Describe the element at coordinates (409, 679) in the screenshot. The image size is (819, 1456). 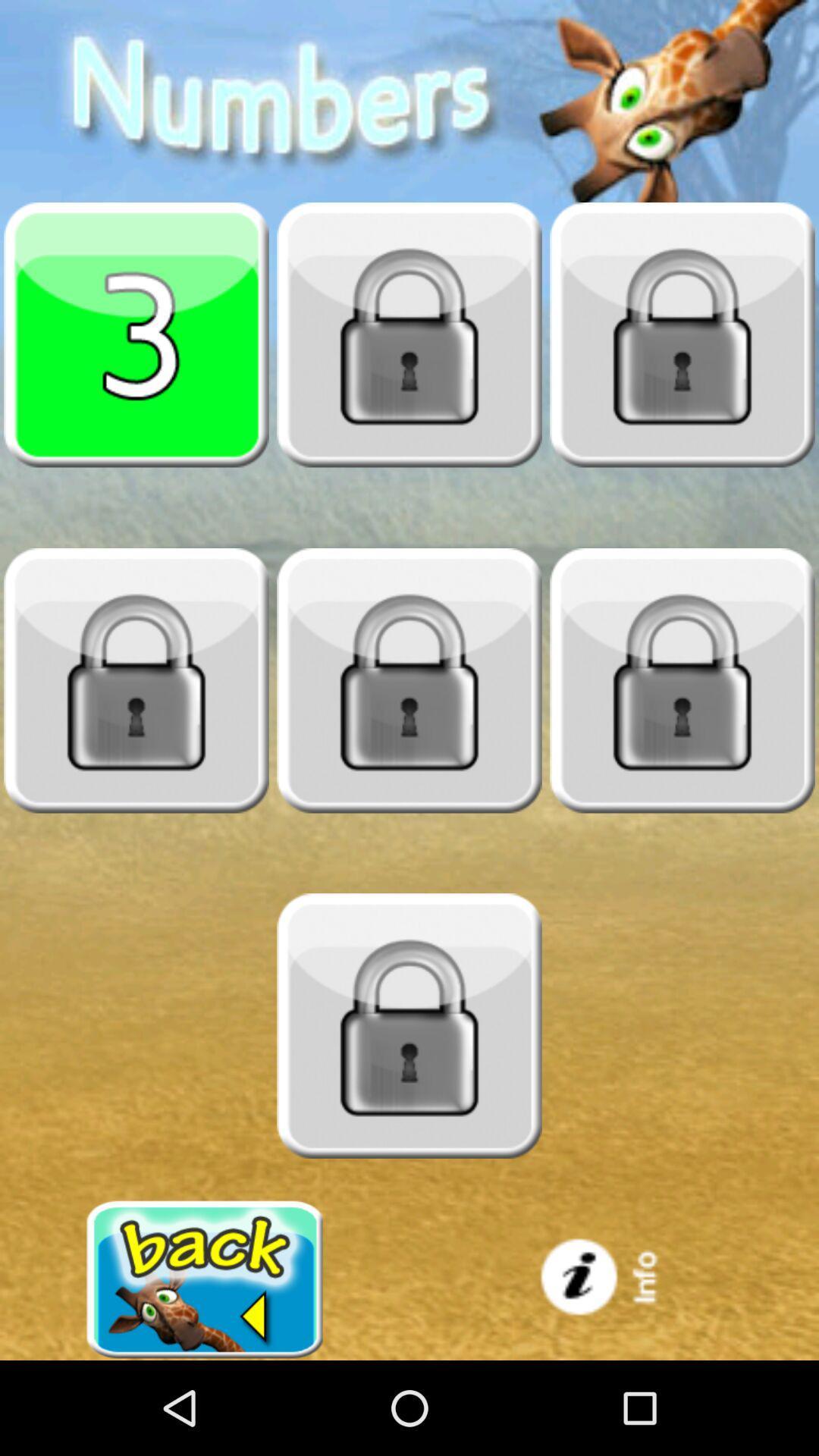
I see `open the lock` at that location.